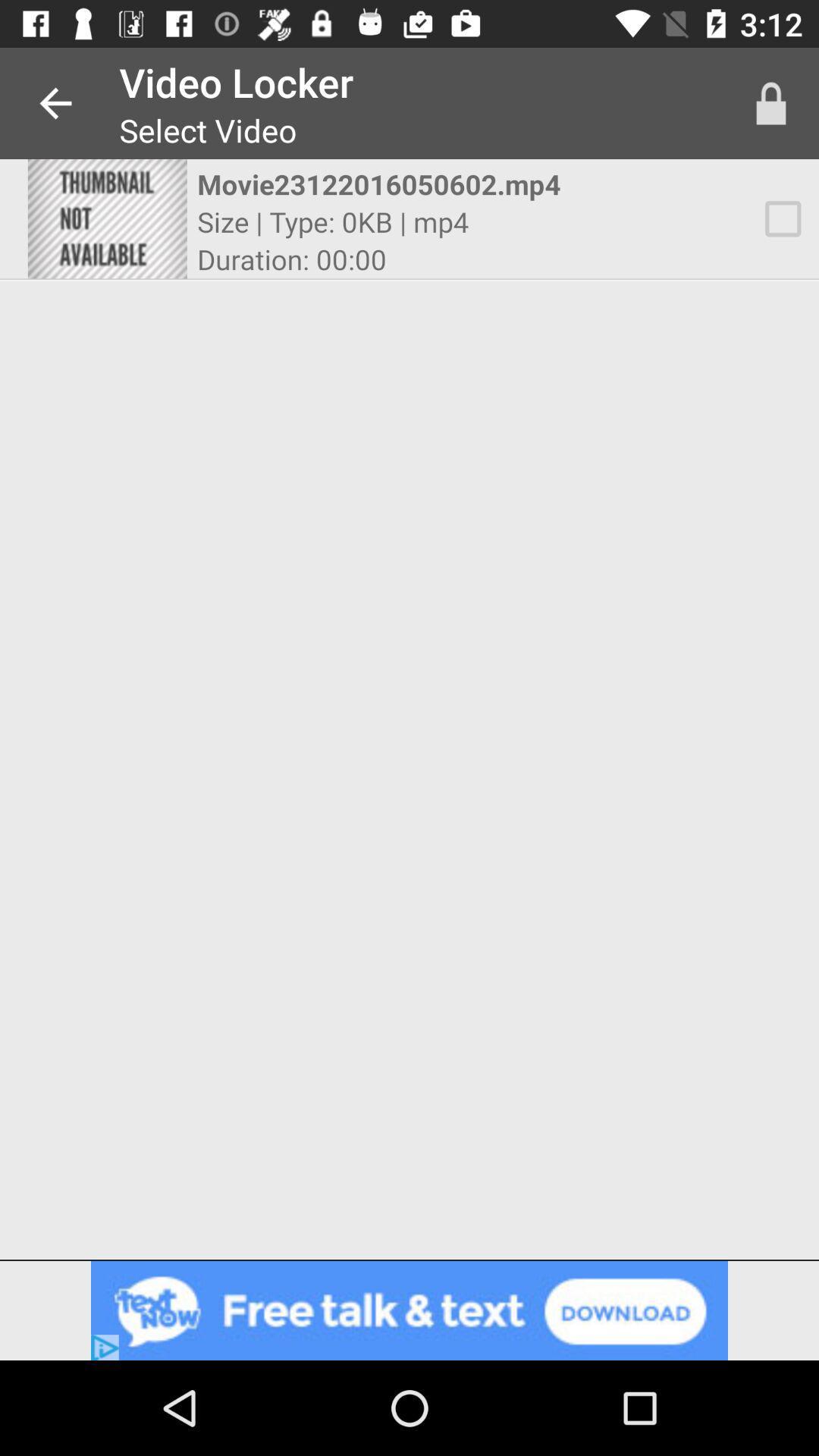  What do you see at coordinates (292, 259) in the screenshot?
I see `the item below size type 0kb icon` at bounding box center [292, 259].